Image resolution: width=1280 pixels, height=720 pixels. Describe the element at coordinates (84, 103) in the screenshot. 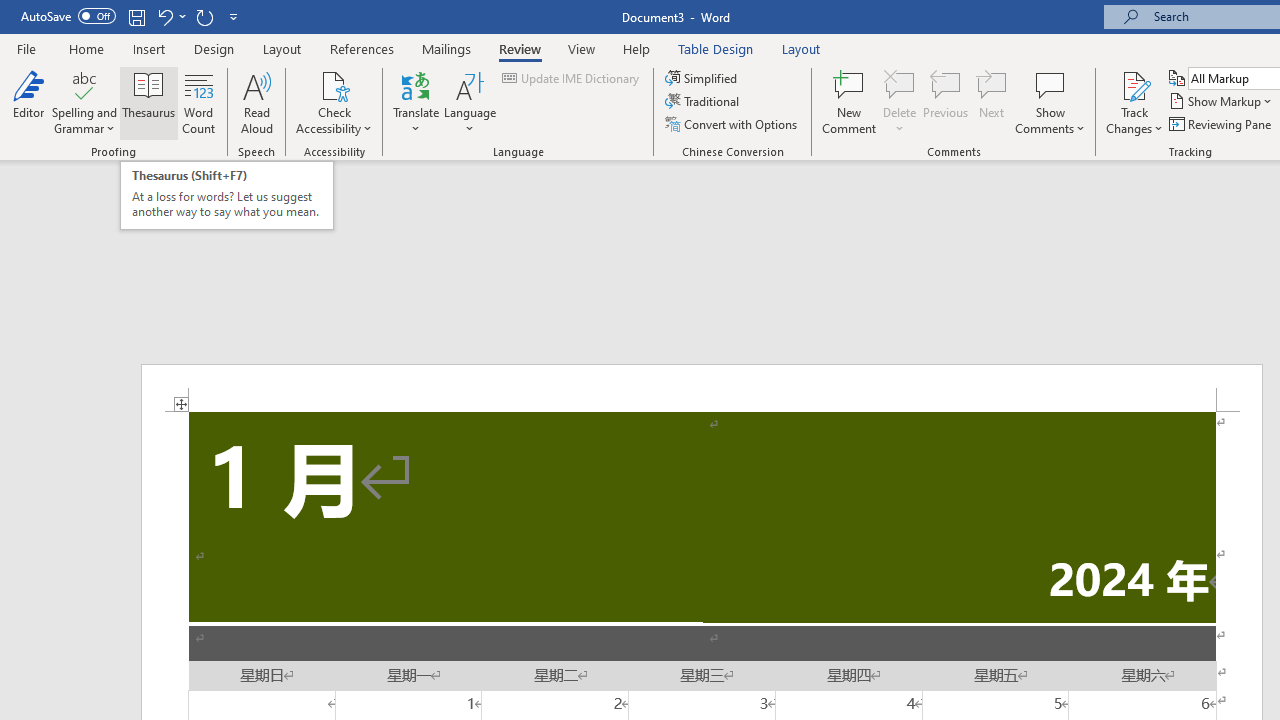

I see `'Spelling and Grammar'` at that location.